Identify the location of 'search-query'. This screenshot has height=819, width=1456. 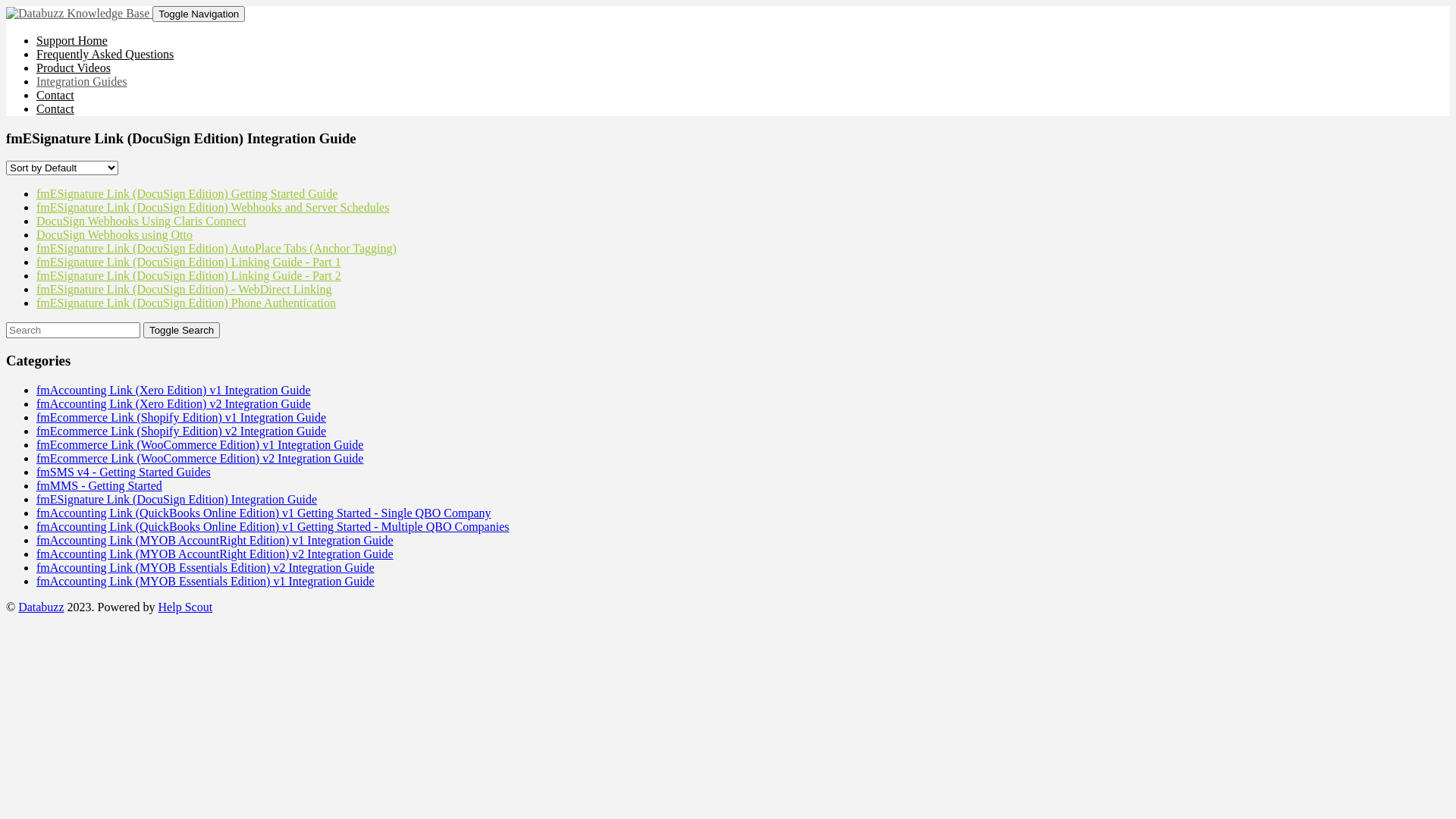
(6, 329).